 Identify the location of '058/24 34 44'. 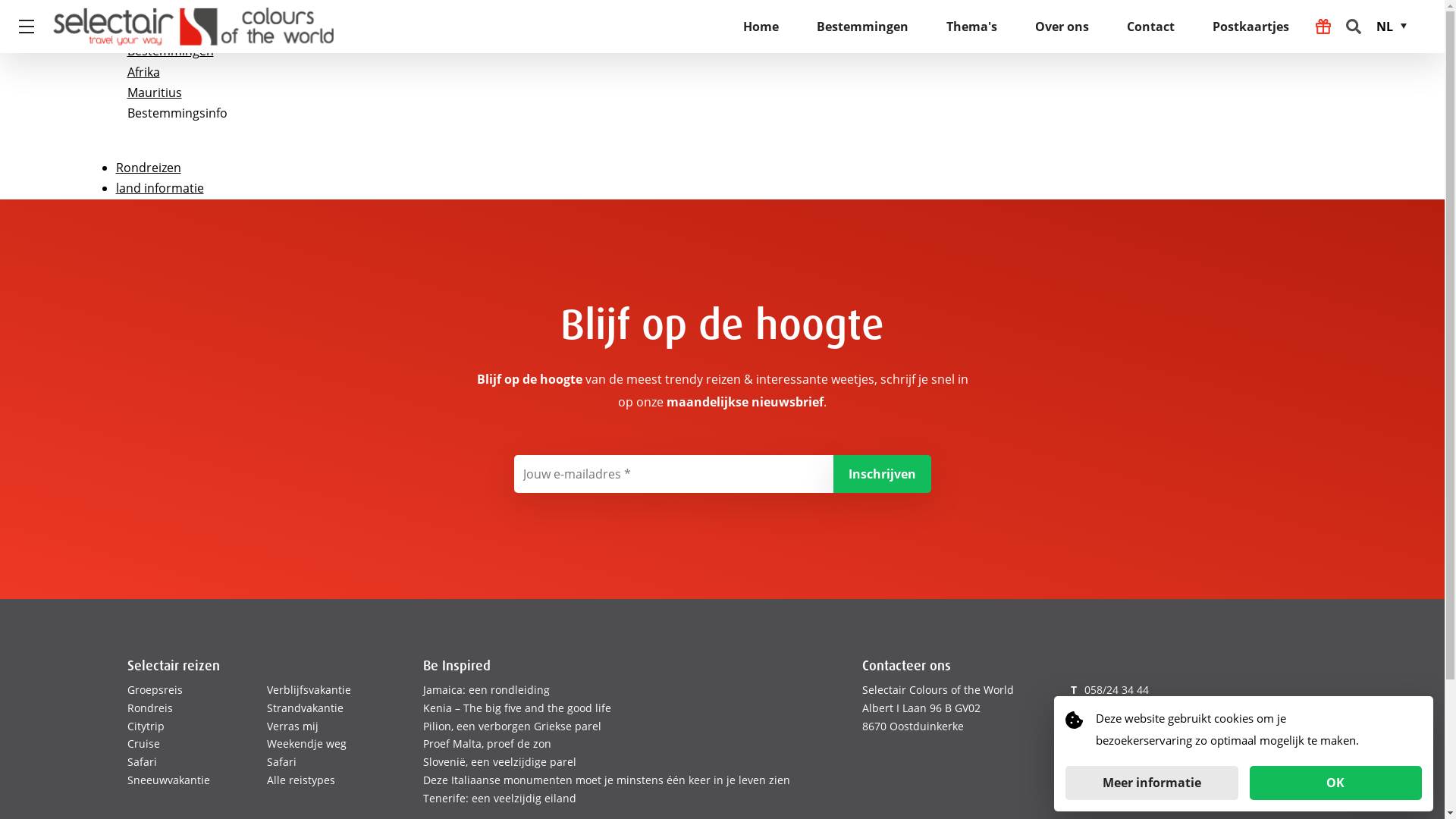
(1116, 689).